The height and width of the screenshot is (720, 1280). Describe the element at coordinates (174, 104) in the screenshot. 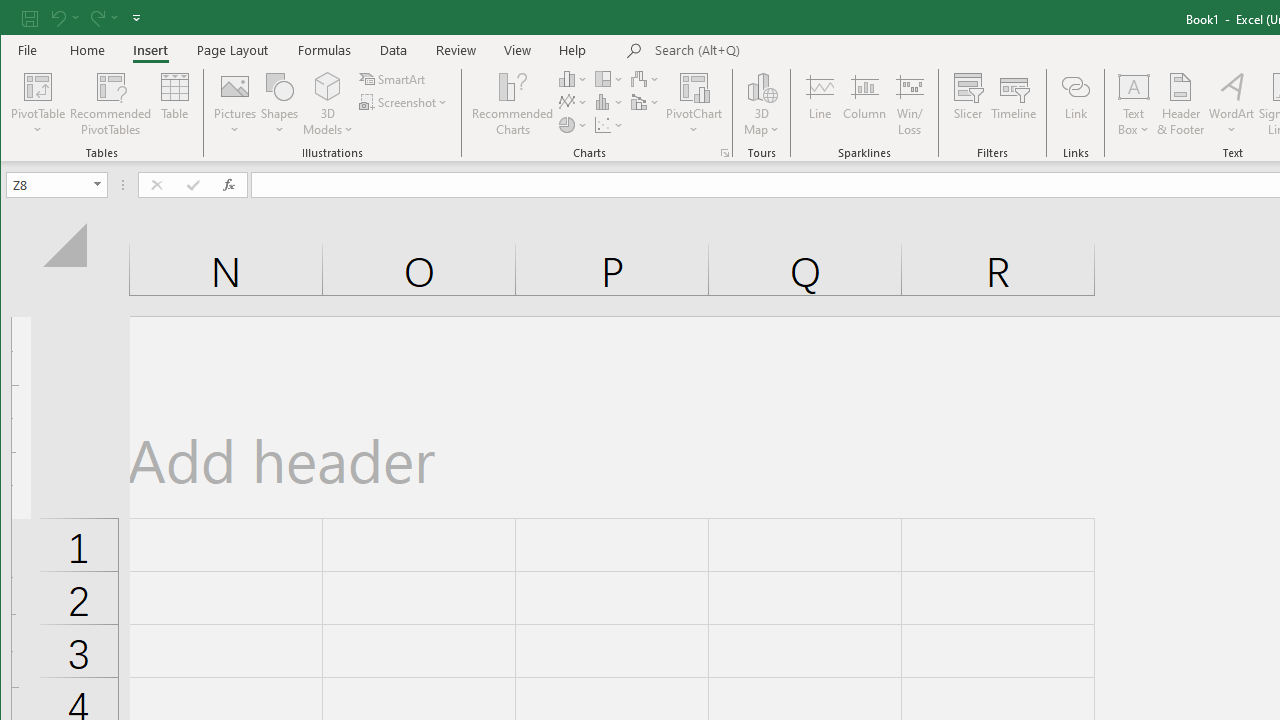

I see `'Table'` at that location.